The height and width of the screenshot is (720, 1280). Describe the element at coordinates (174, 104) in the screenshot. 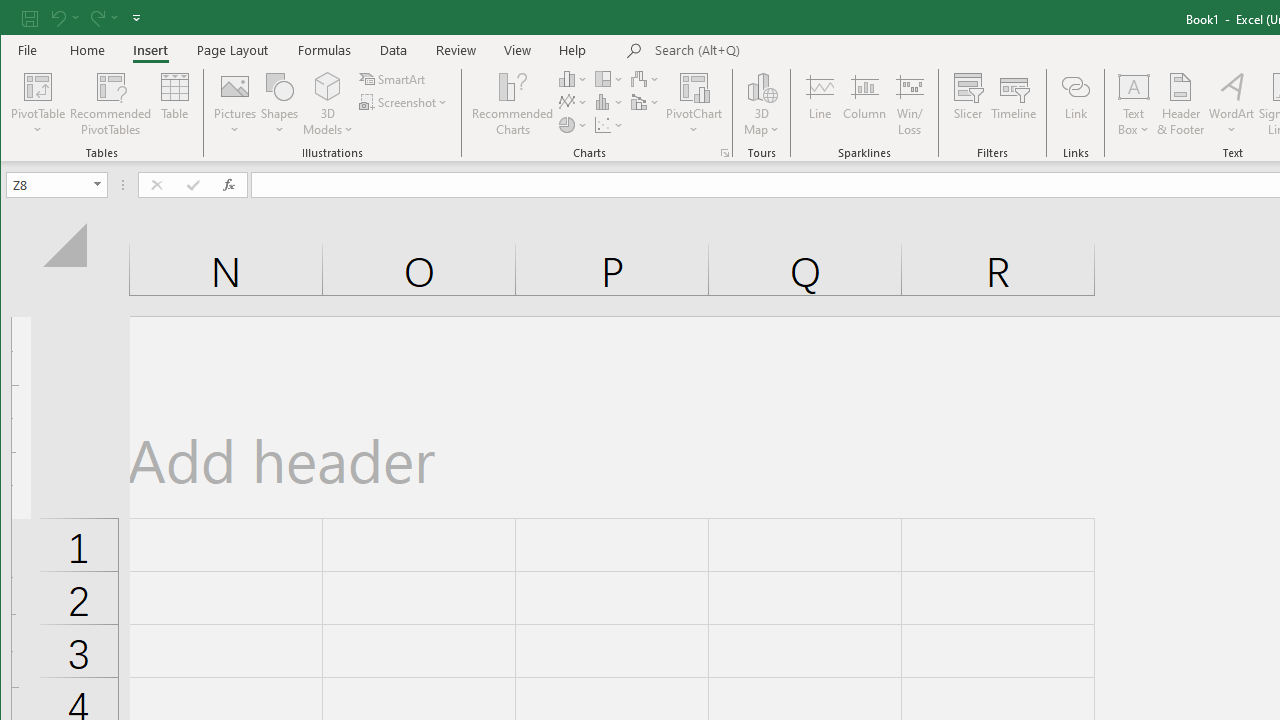

I see `'Table'` at that location.